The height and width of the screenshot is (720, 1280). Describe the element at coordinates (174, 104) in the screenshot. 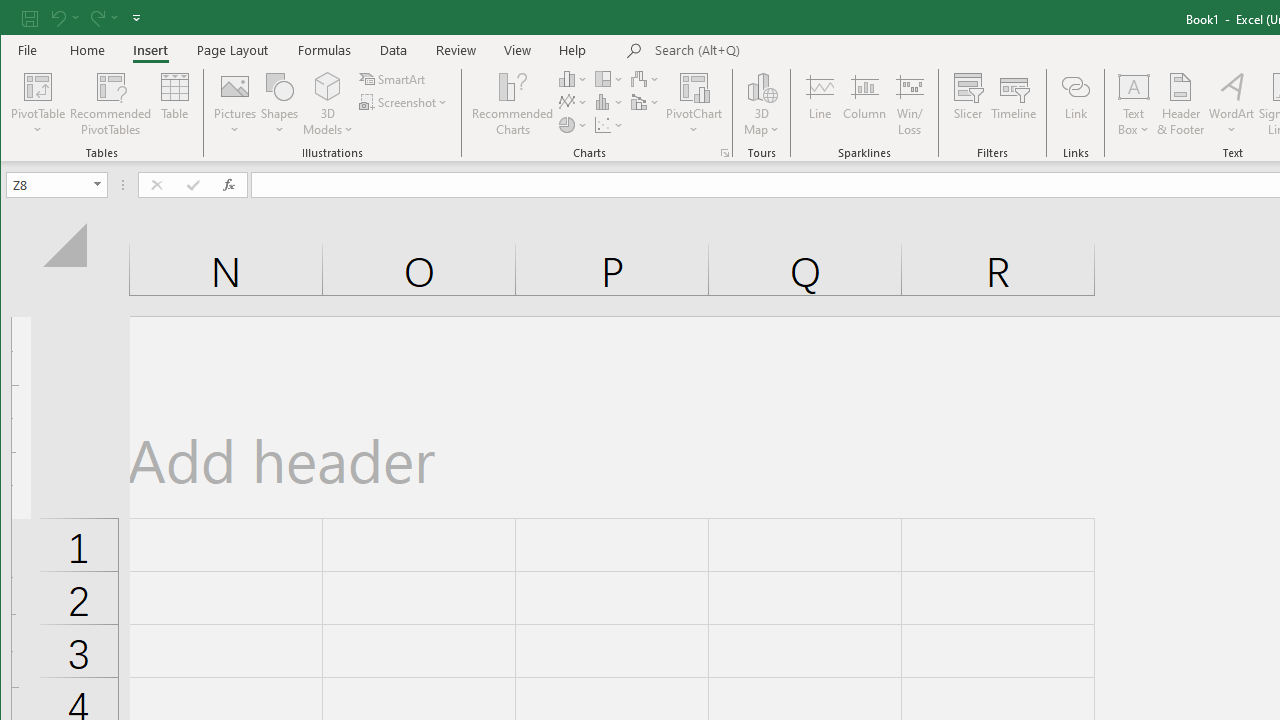

I see `'Table'` at that location.